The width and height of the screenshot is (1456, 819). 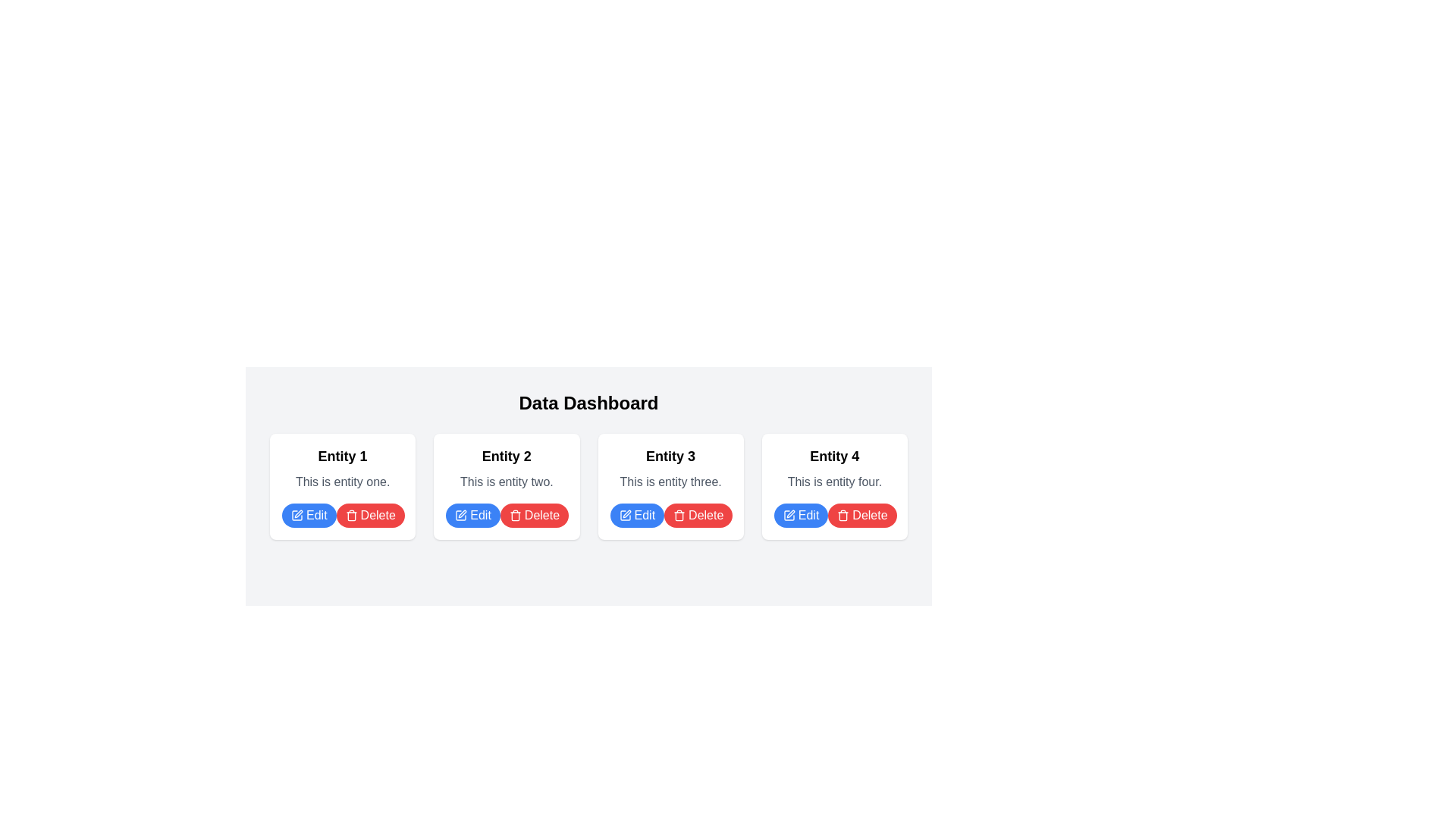 I want to click on the Icon button, which is a small graphic resembling a pen with a slanted square, located under the card labeled 'Entity 4' as the first icon in the button group, so click(x=626, y=513).